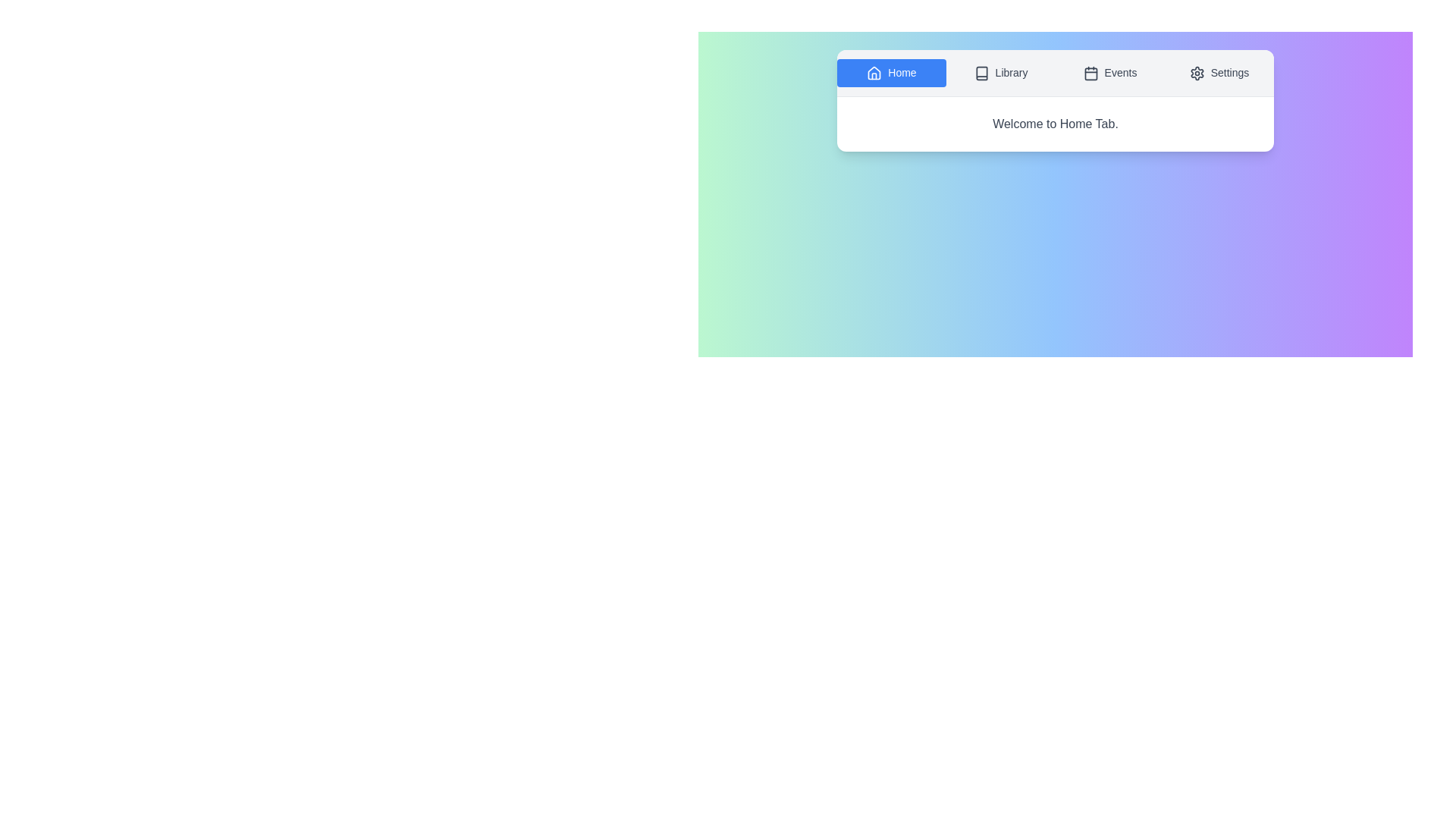 The width and height of the screenshot is (1456, 819). I want to click on the 'Library' button, so click(1001, 73).